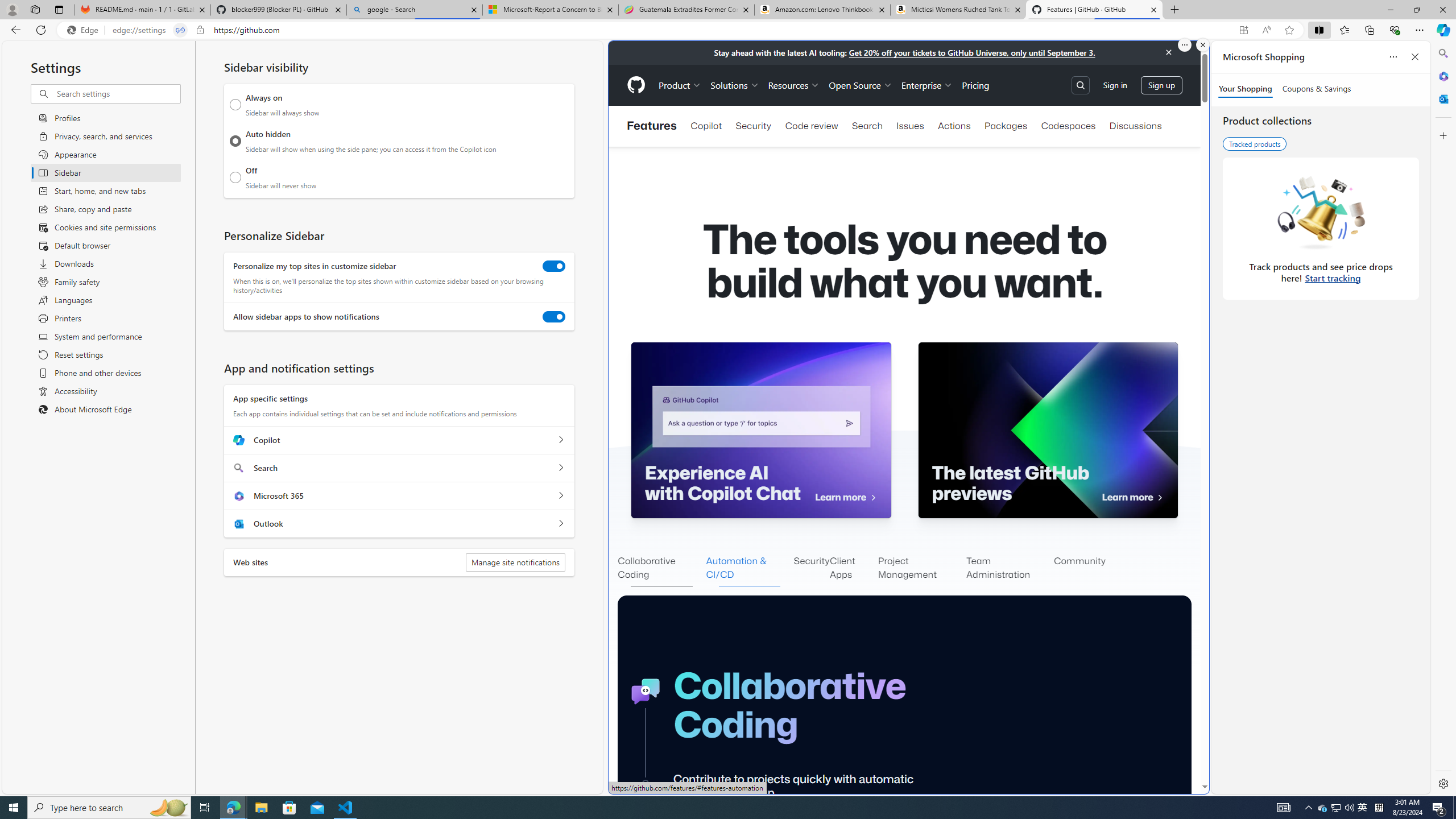 The image size is (1456, 819). Describe the element at coordinates (860, 85) in the screenshot. I see `'Open Source'` at that location.